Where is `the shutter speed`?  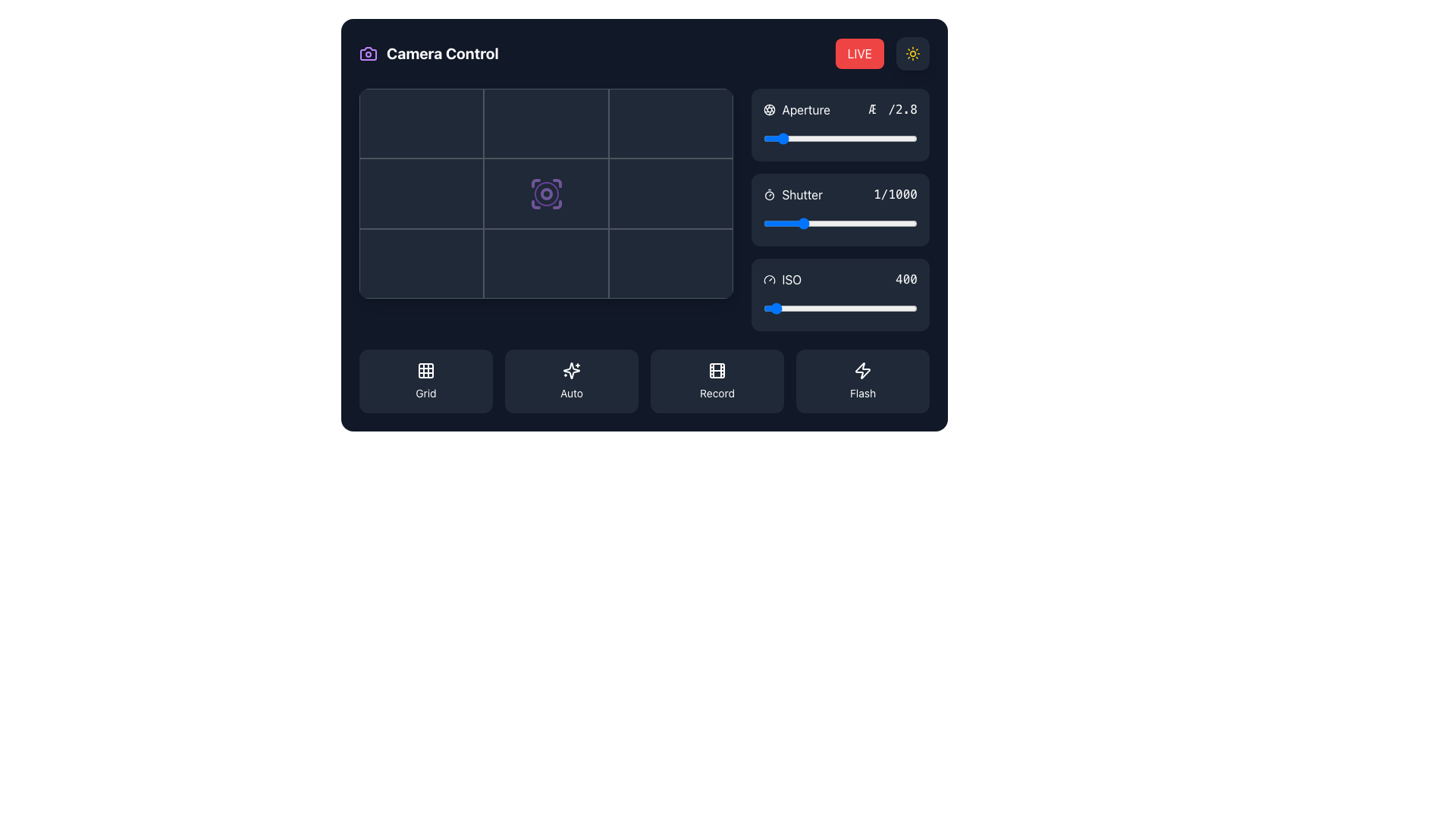
the shutter speed is located at coordinates (774, 223).